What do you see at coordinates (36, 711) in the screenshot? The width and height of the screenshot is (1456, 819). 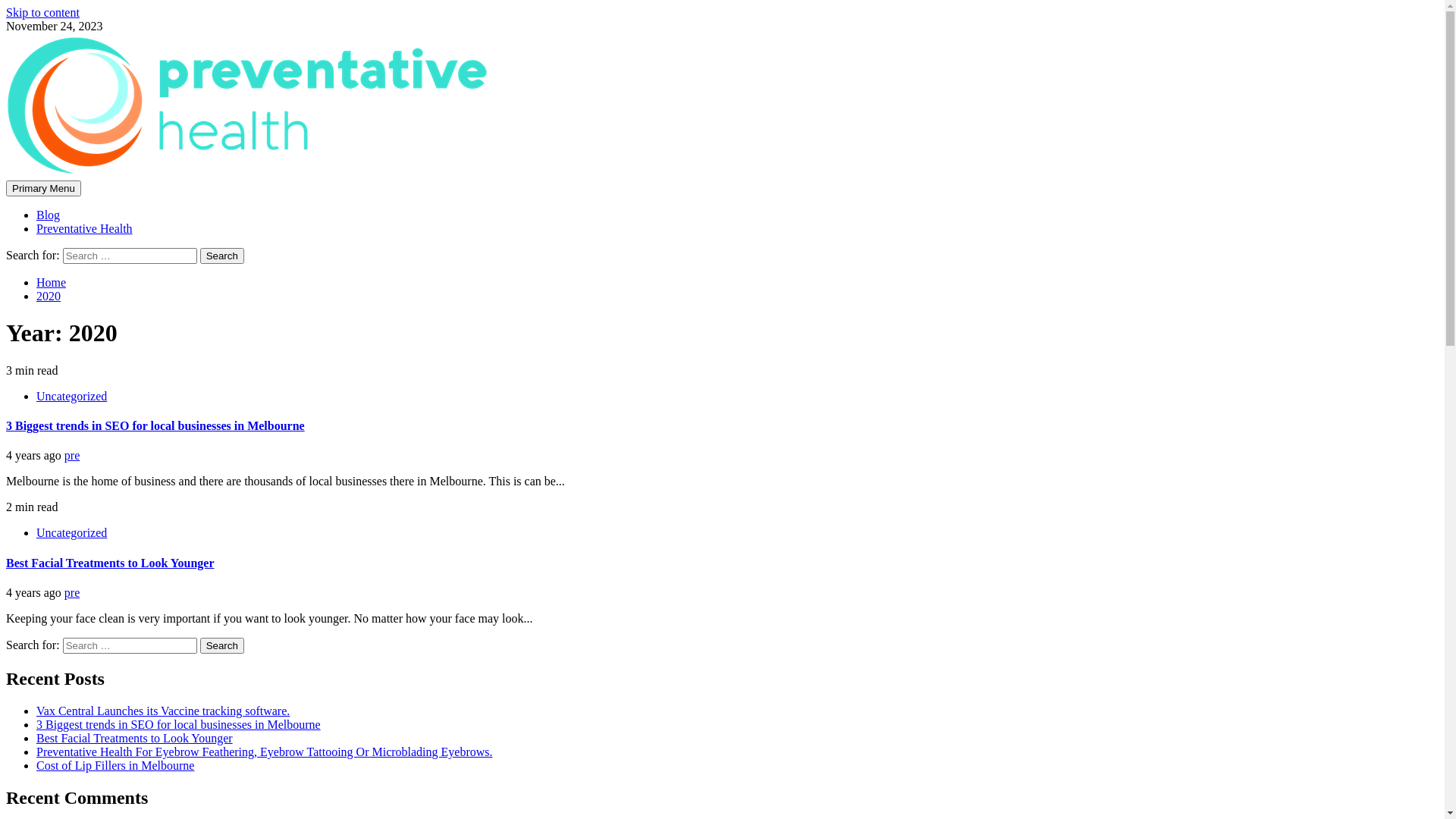 I see `'Vax Central Launches its Vaccine tracking software.'` at bounding box center [36, 711].